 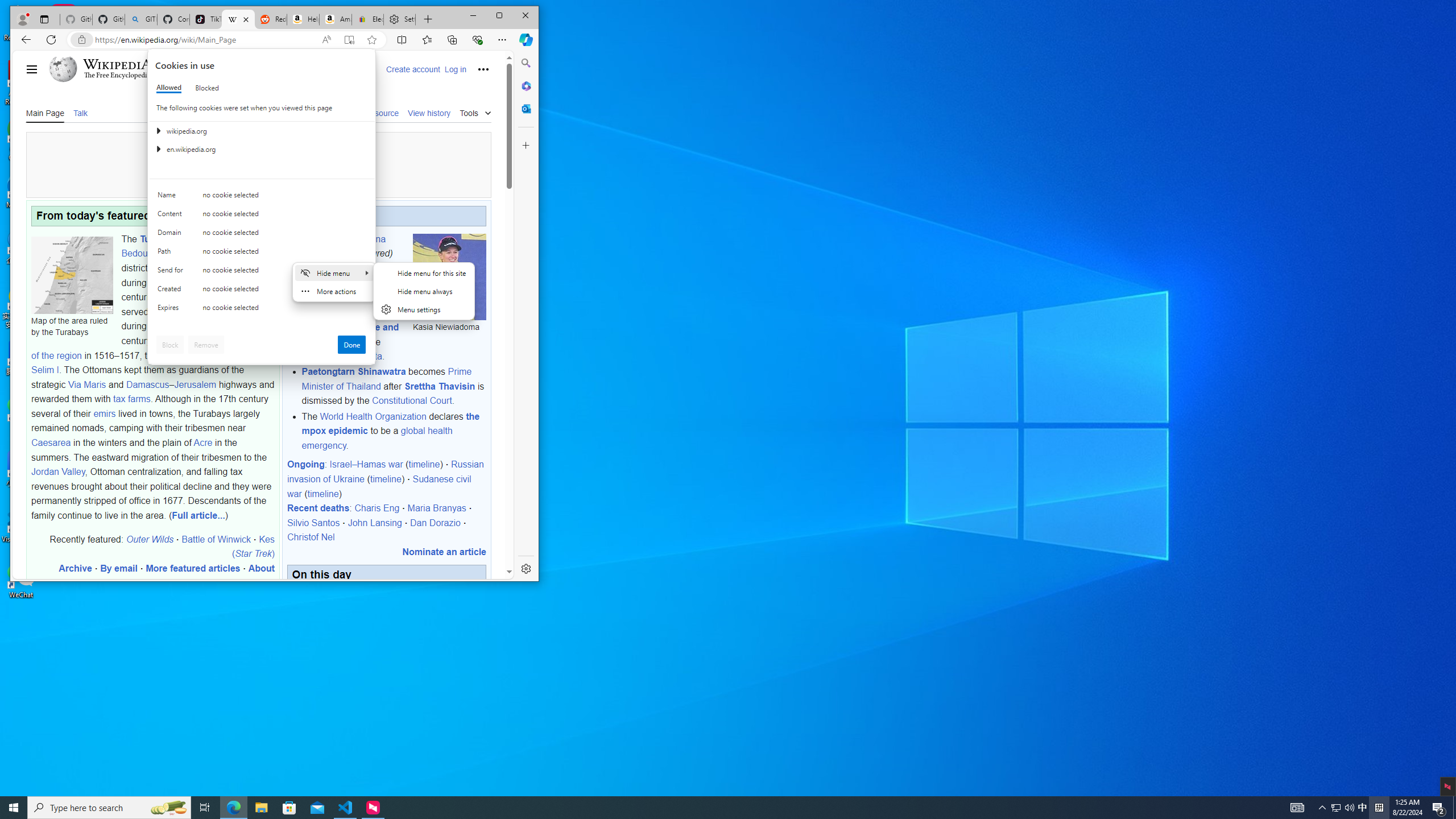 What do you see at coordinates (424, 290) in the screenshot?
I see `'Hide menu always'` at bounding box center [424, 290].